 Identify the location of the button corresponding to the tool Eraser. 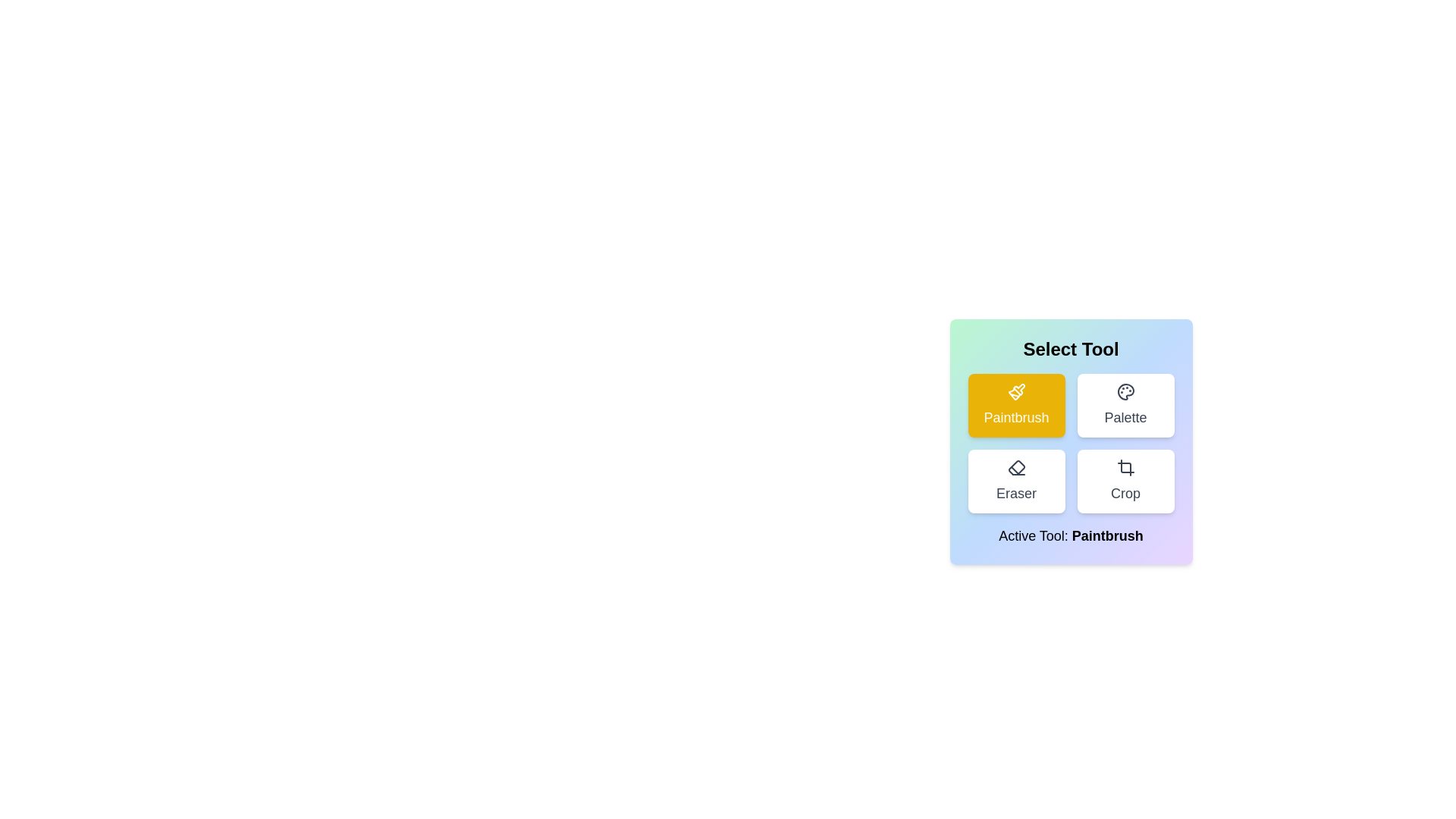
(1016, 482).